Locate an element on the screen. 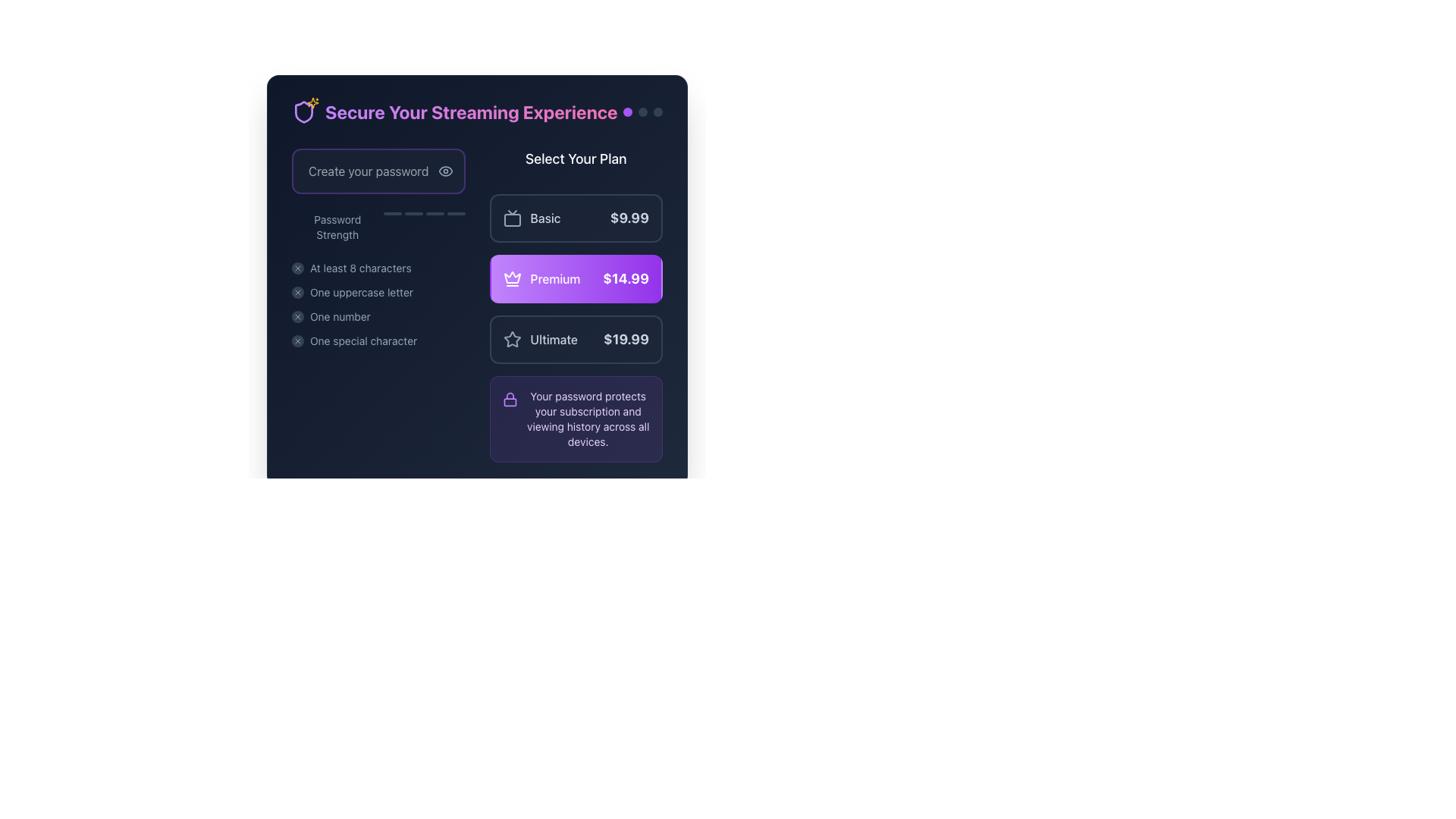 The width and height of the screenshot is (1456, 819). the text heading styled with large, bold letters in a gradient color that reads 'Secure Your Streaming Experience', located at the top of the user interface area is located at coordinates (453, 111).